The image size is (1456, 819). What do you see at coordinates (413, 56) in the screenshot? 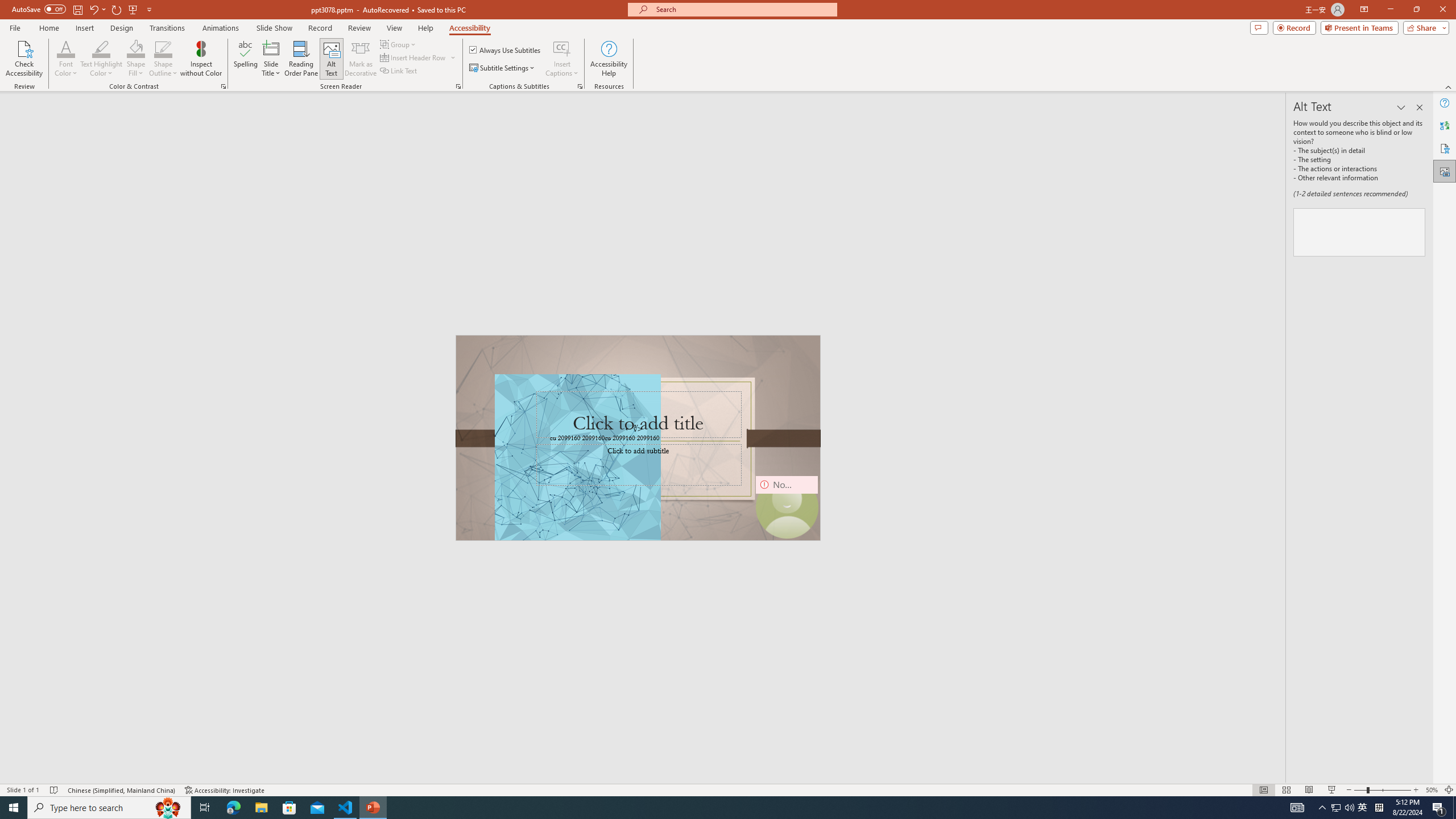
I see `'Insert Header Row'` at bounding box center [413, 56].